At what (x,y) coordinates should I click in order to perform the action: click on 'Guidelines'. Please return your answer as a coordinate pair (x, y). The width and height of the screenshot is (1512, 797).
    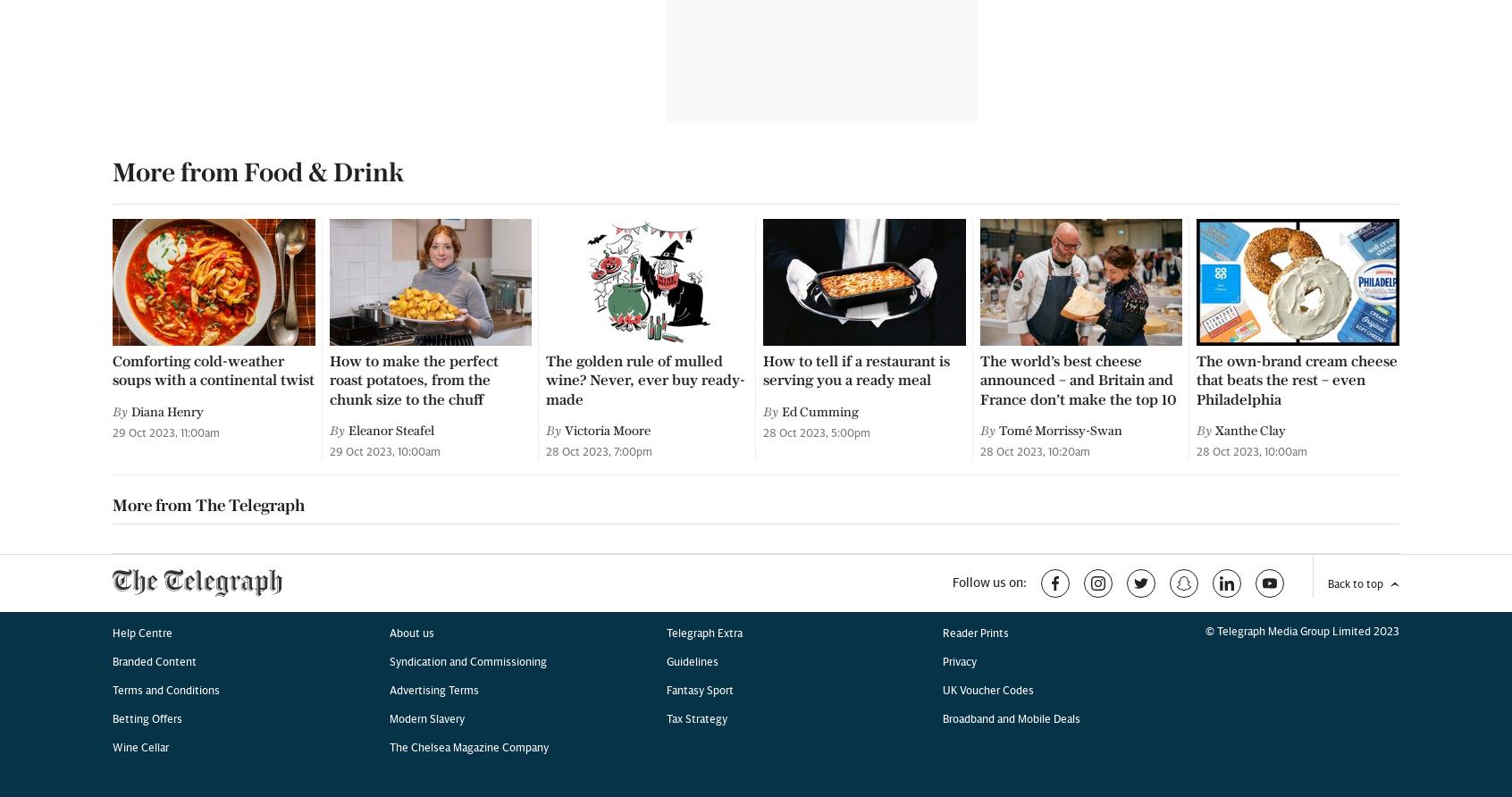
    Looking at the image, I should click on (664, 71).